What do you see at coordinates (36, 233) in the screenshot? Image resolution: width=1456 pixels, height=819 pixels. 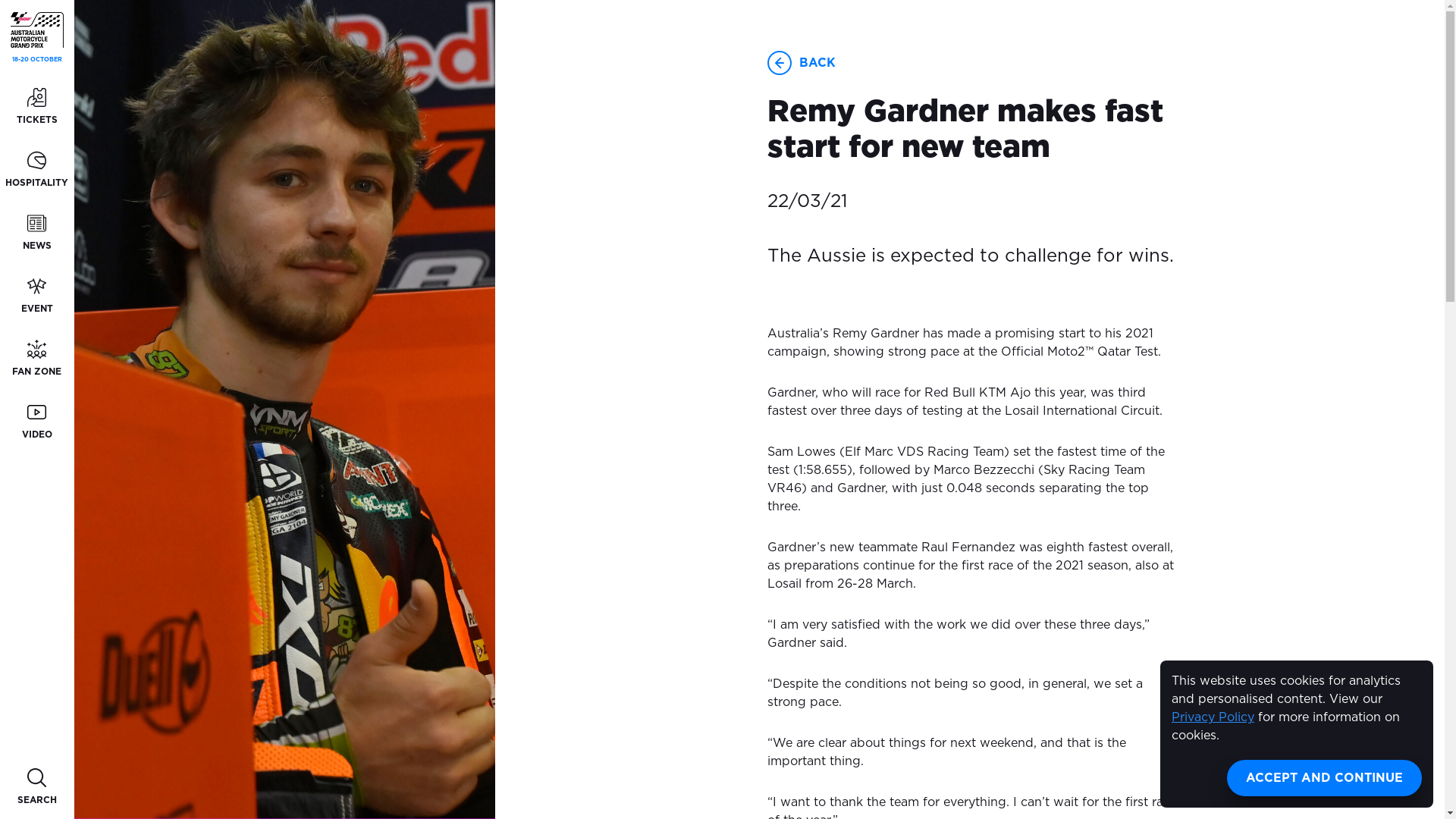 I see `'NEWS'` at bounding box center [36, 233].